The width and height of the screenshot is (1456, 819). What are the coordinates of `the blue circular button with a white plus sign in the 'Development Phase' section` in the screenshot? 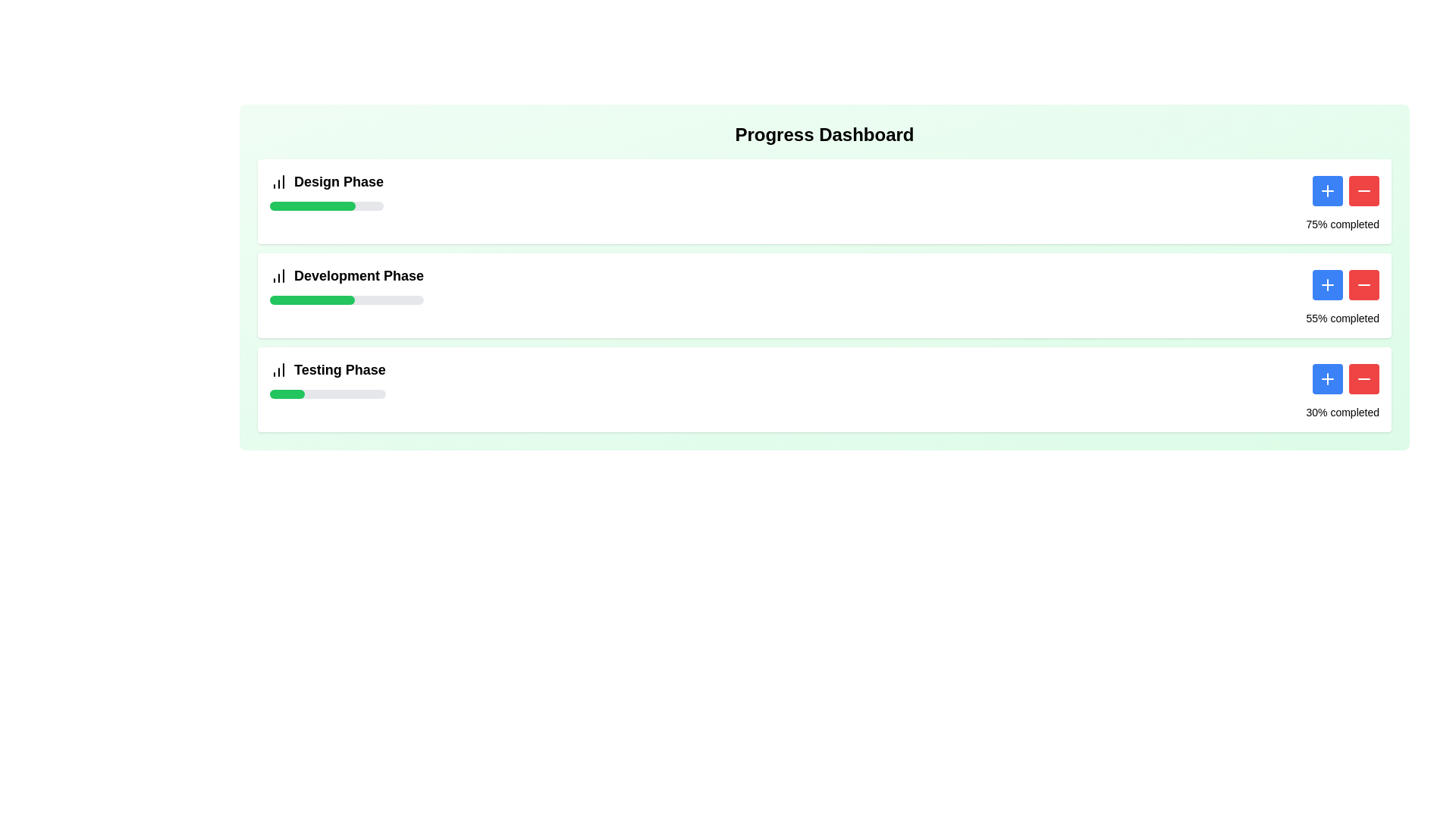 It's located at (1327, 284).